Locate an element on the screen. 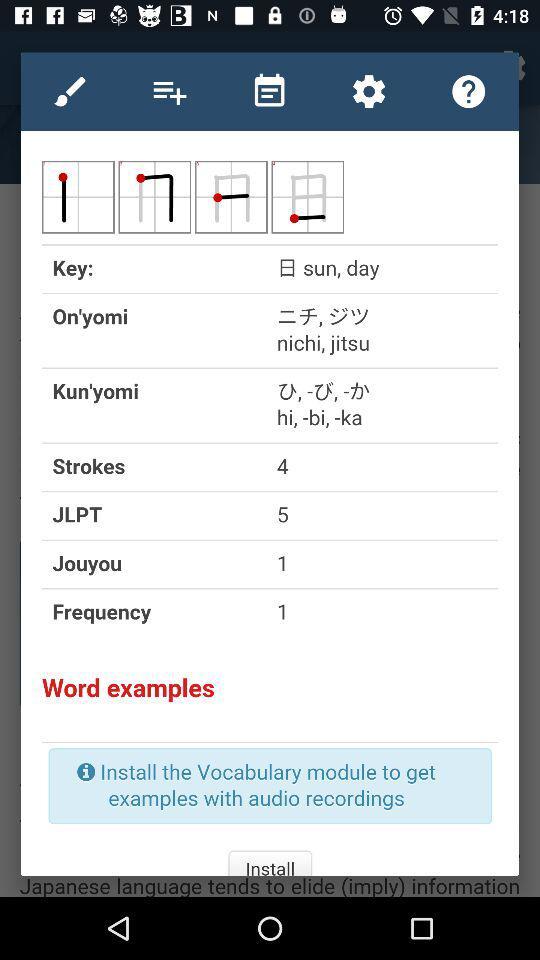 Image resolution: width=540 pixels, height=960 pixels. use paint tool is located at coordinates (69, 91).